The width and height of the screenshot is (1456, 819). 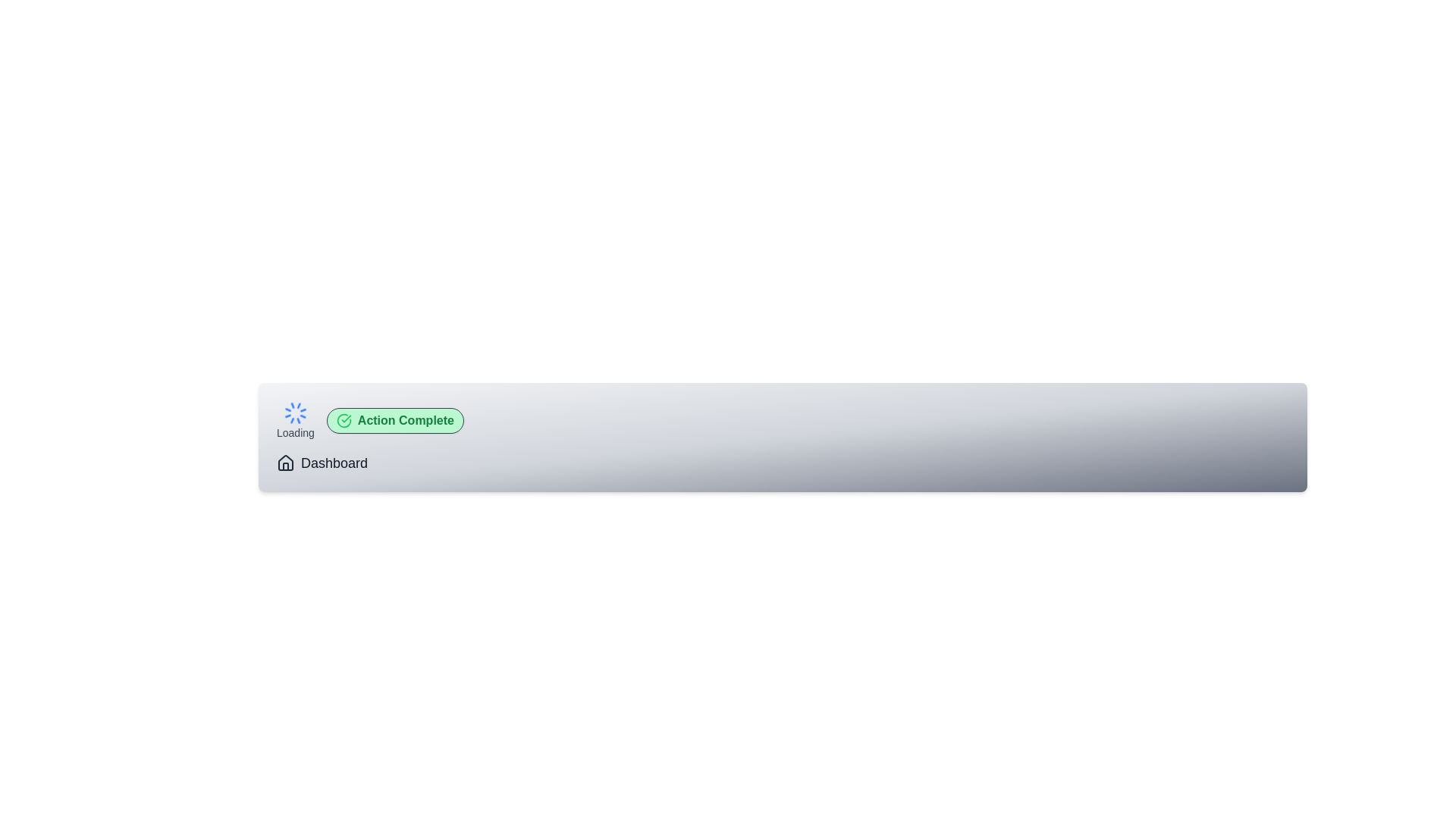 I want to click on the house icon representing the 'Dashboard' feature, located towards the lower left of the interface, by clicking on it, so click(x=286, y=466).